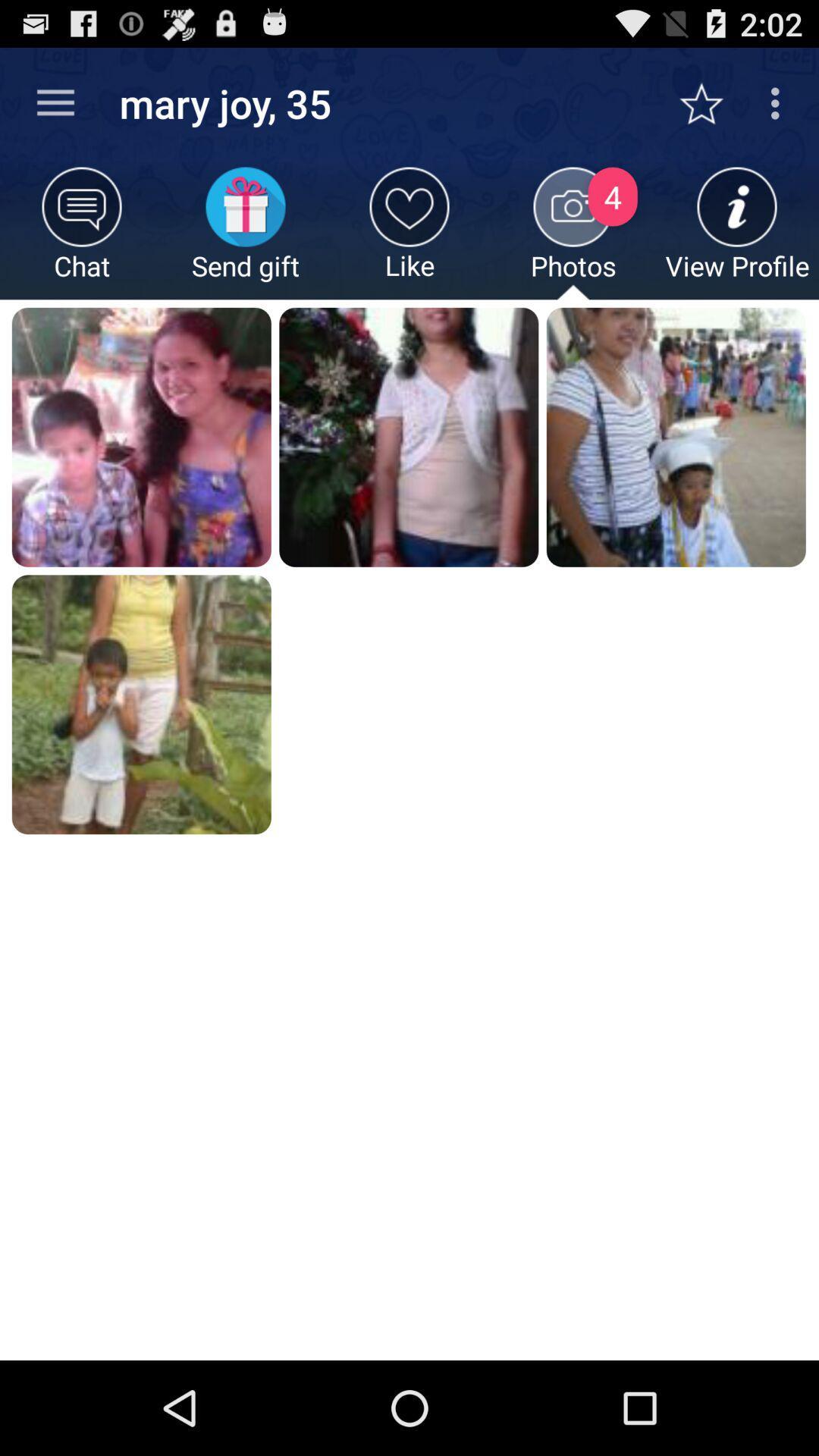 Image resolution: width=819 pixels, height=1456 pixels. I want to click on view profile icon, so click(736, 232).